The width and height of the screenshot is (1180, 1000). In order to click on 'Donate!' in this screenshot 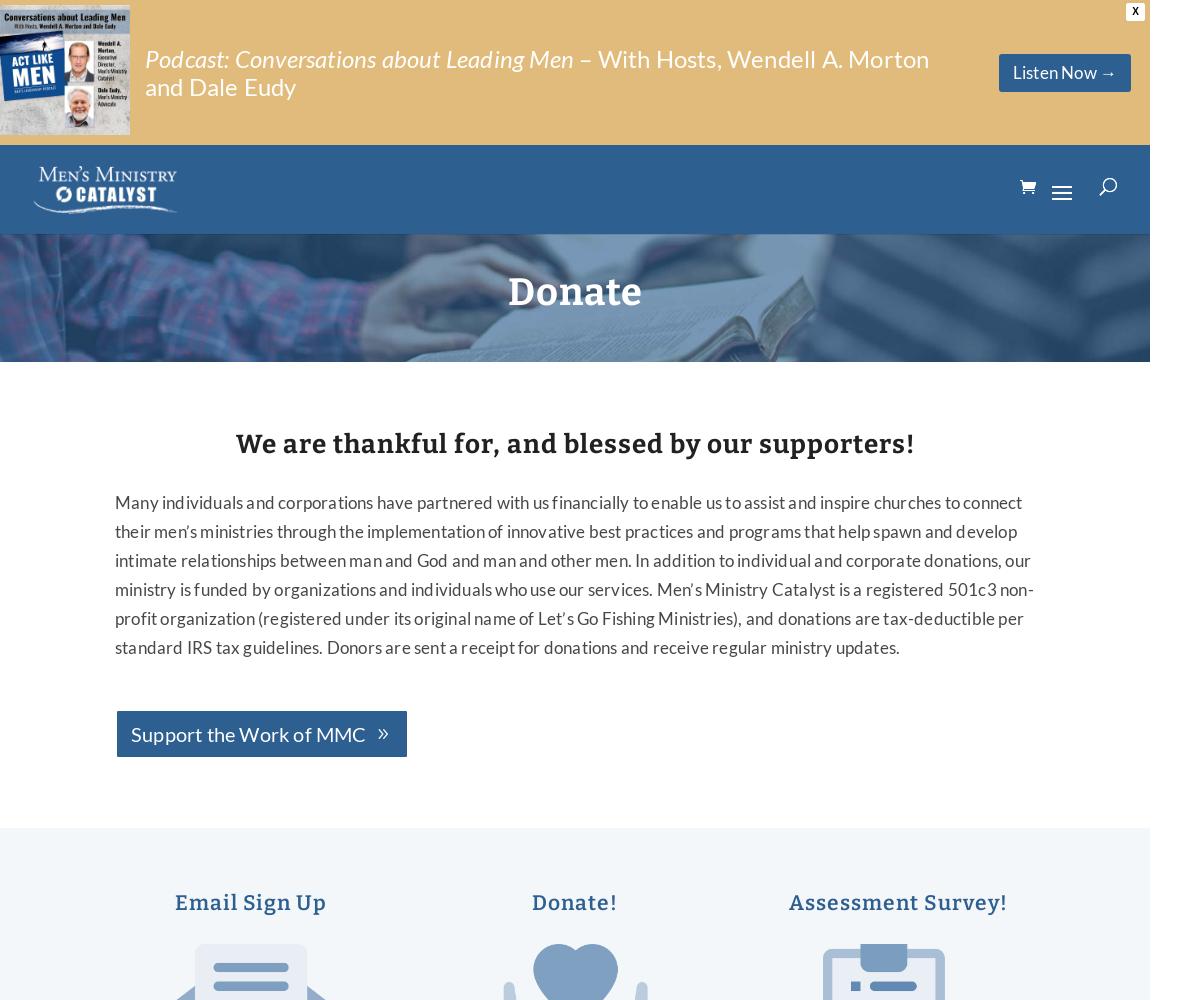, I will do `click(573, 902)`.